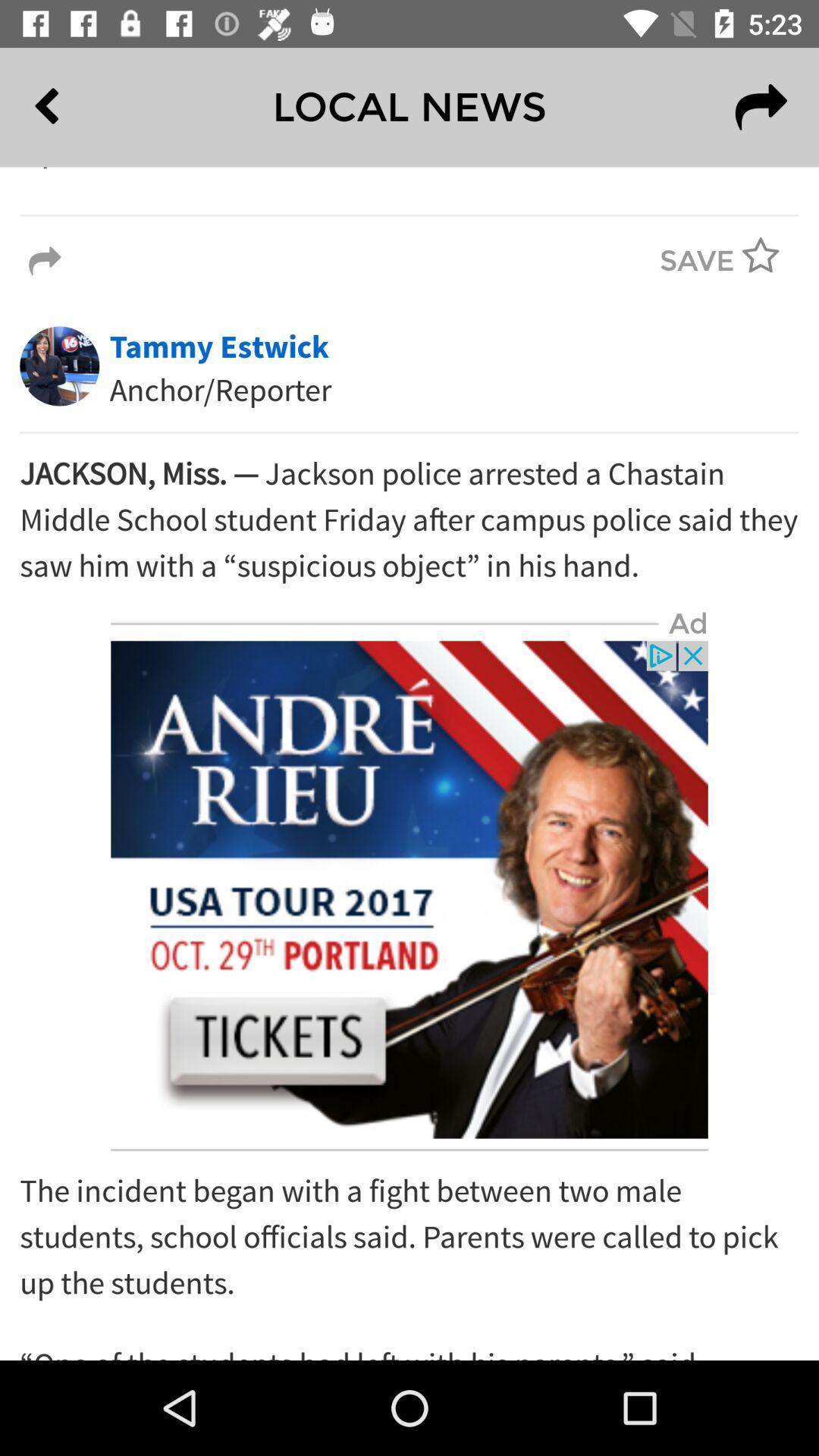 Image resolution: width=819 pixels, height=1456 pixels. I want to click on the redo icon, so click(761, 106).